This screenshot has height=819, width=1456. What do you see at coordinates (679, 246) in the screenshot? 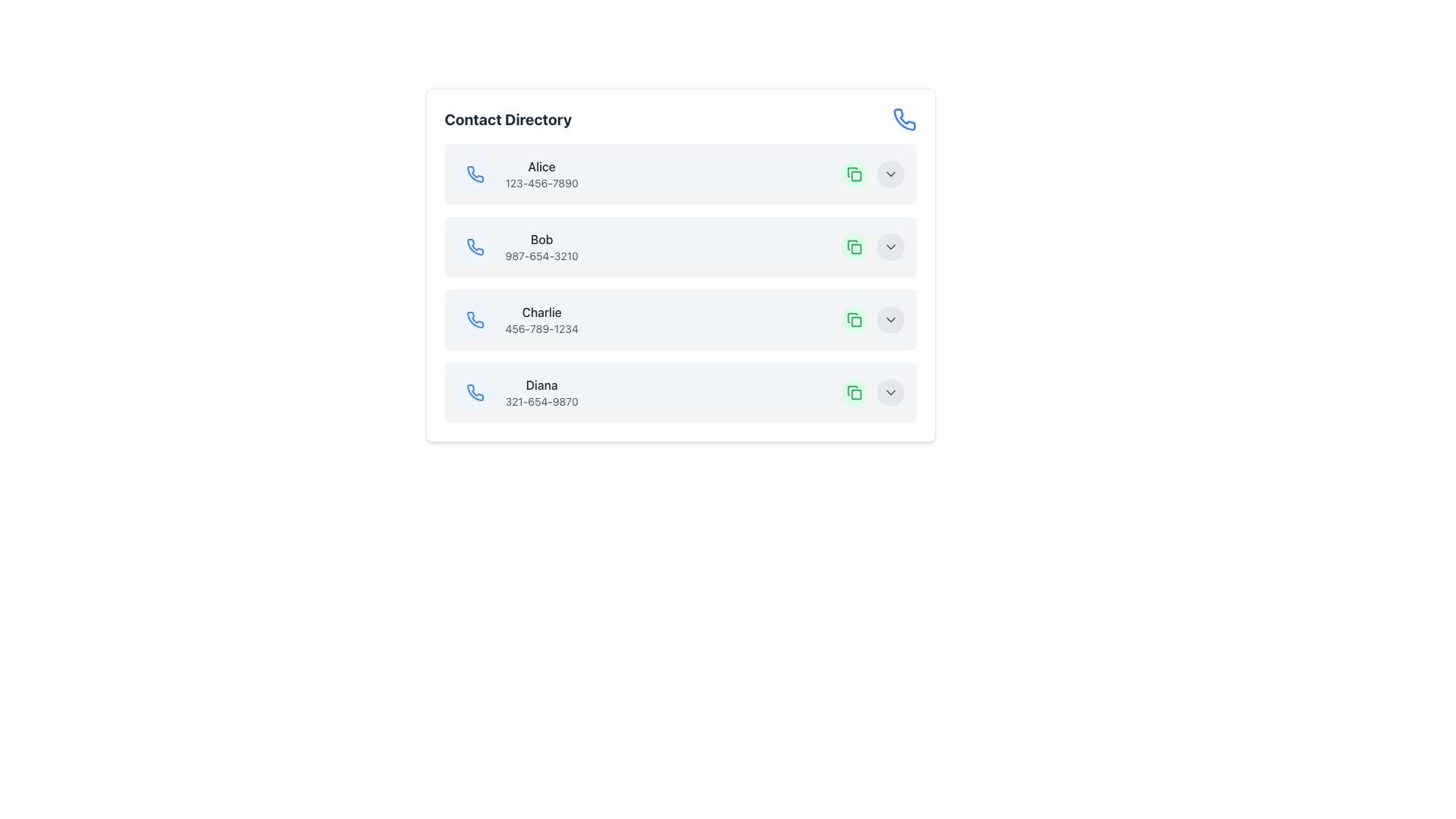
I see `the Contact display card for 'Bob', which is the second card in the list under the 'Contact Directory' section, displaying a name in bold and a phone number beneath it` at bounding box center [679, 246].